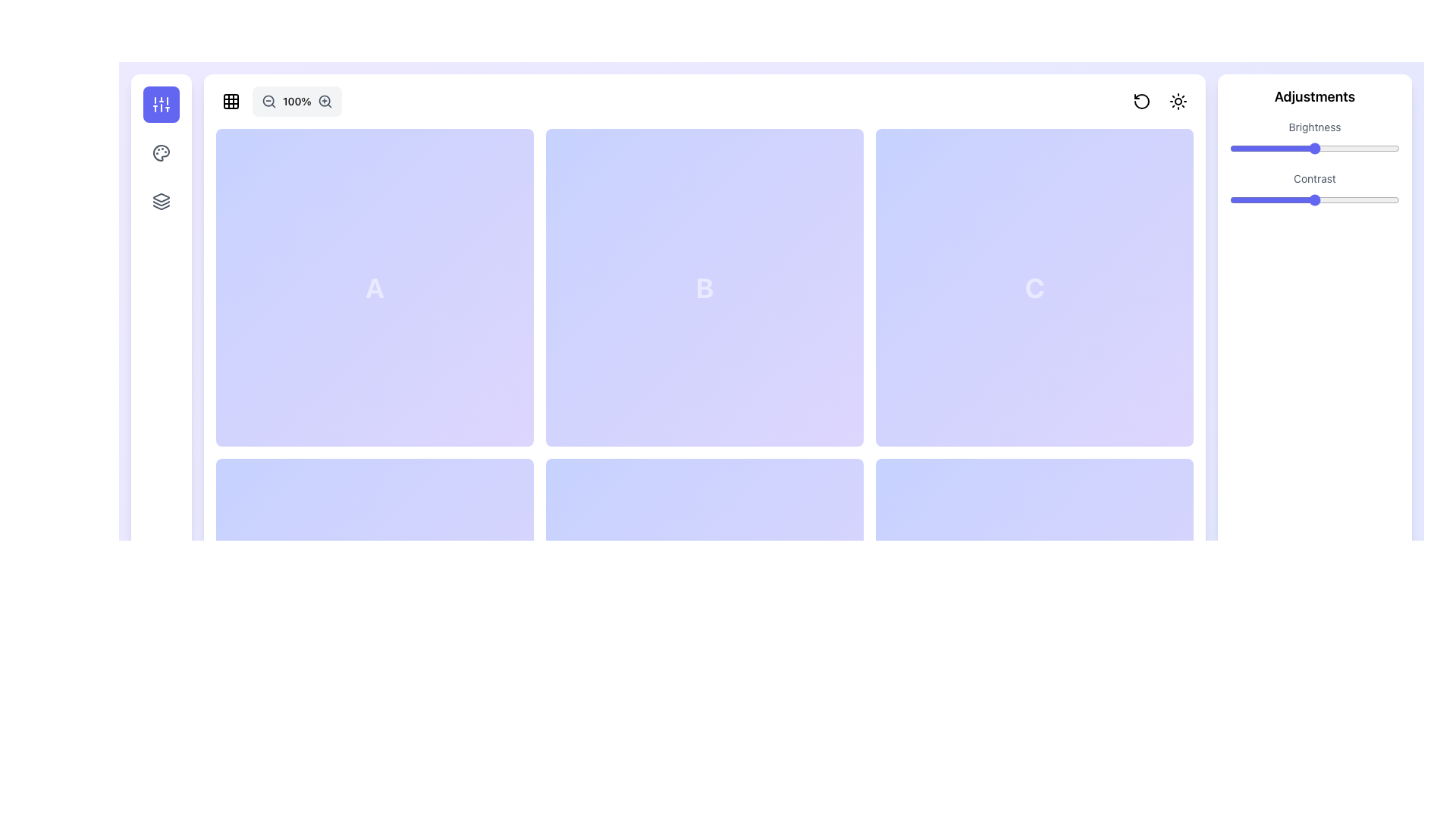 The height and width of the screenshot is (819, 1456). I want to click on the SVG Circle that represents the body of the zoom-out icon, located at the top-center of the view, near the 100% zoom level display and adjacent tools, so click(268, 101).